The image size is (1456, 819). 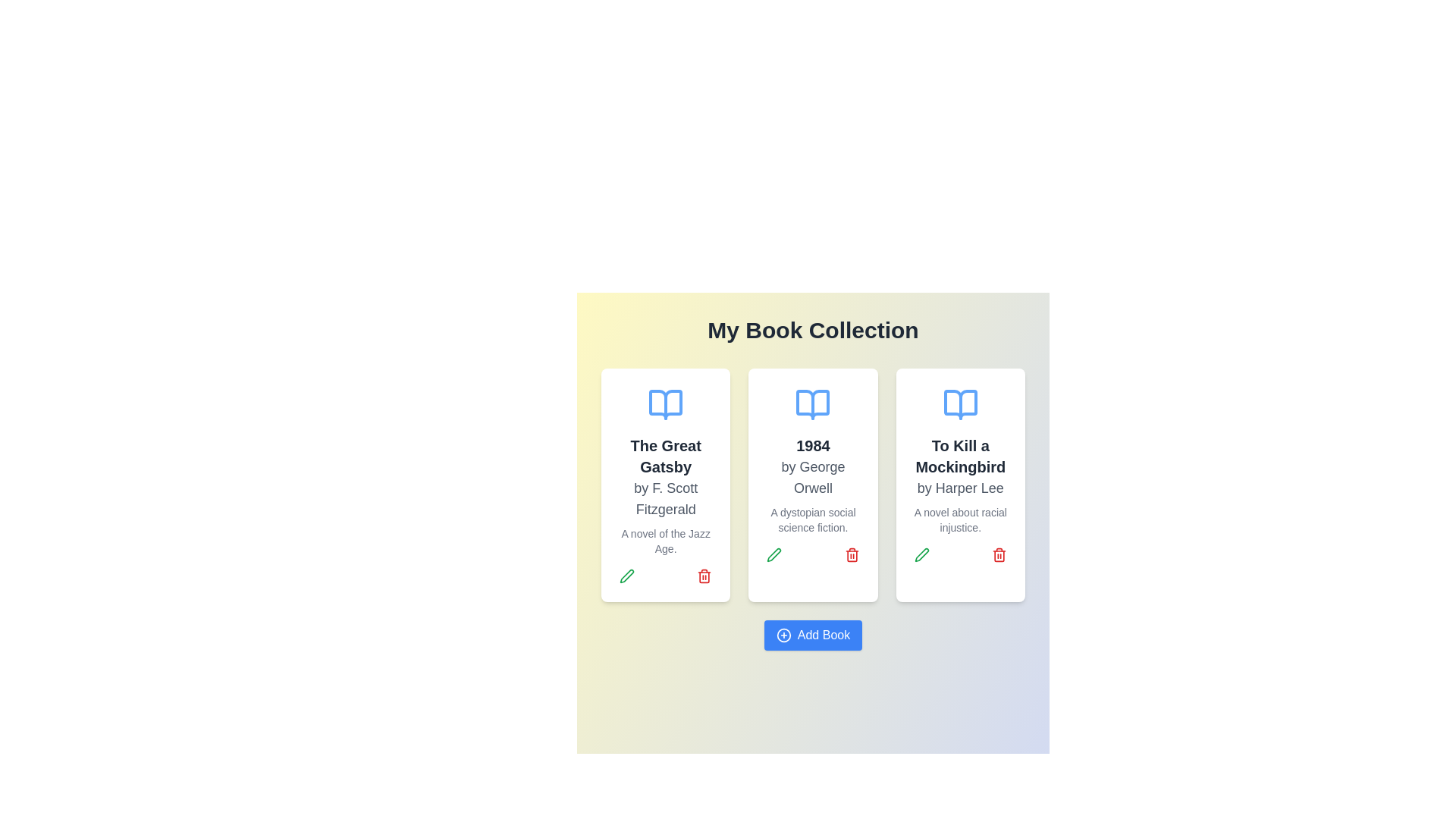 I want to click on the blue rectangular button labeled 'Add Book' with a plus icon, so click(x=812, y=635).